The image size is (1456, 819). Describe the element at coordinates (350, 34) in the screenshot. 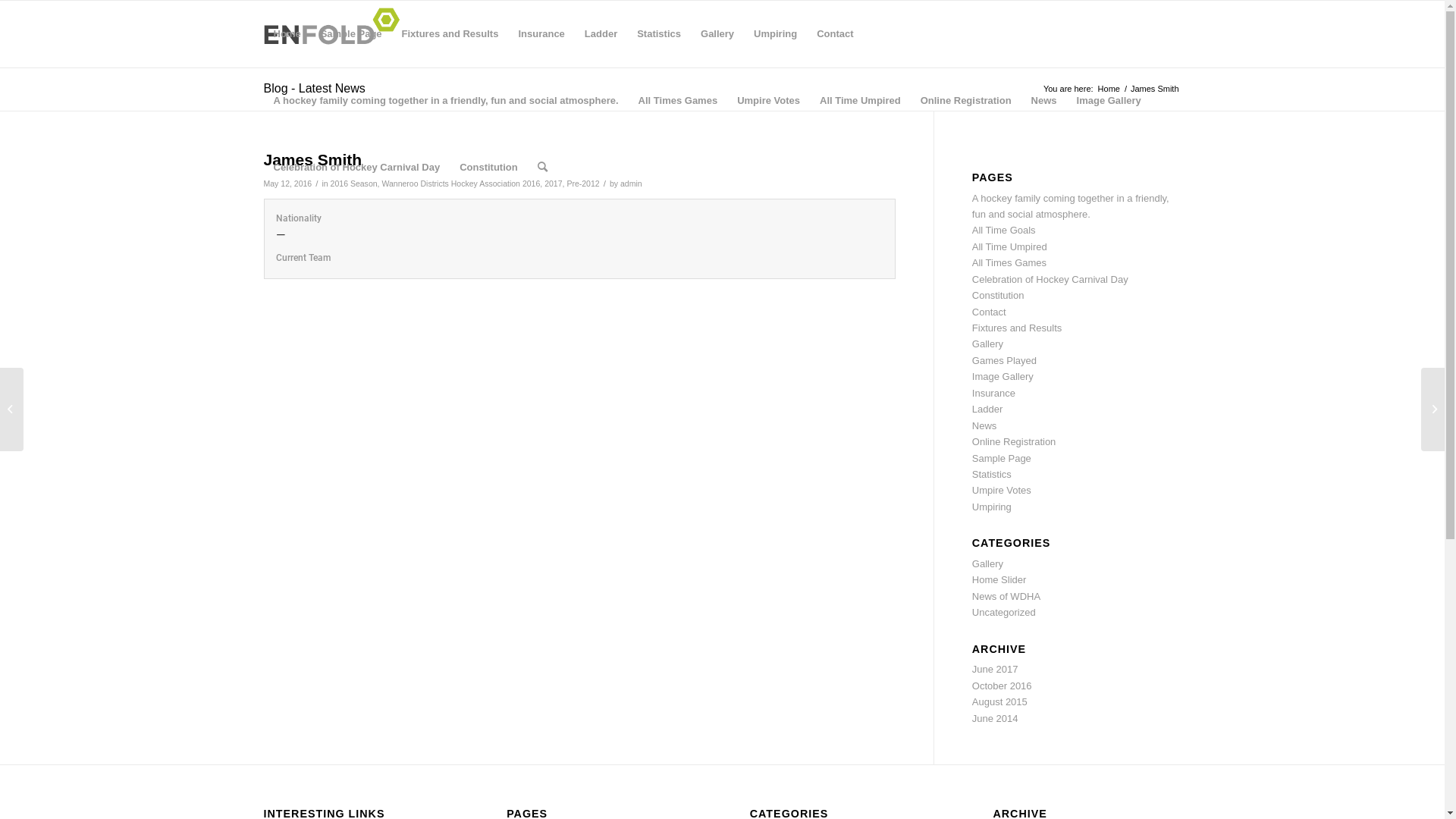

I see `'Sample Page'` at that location.